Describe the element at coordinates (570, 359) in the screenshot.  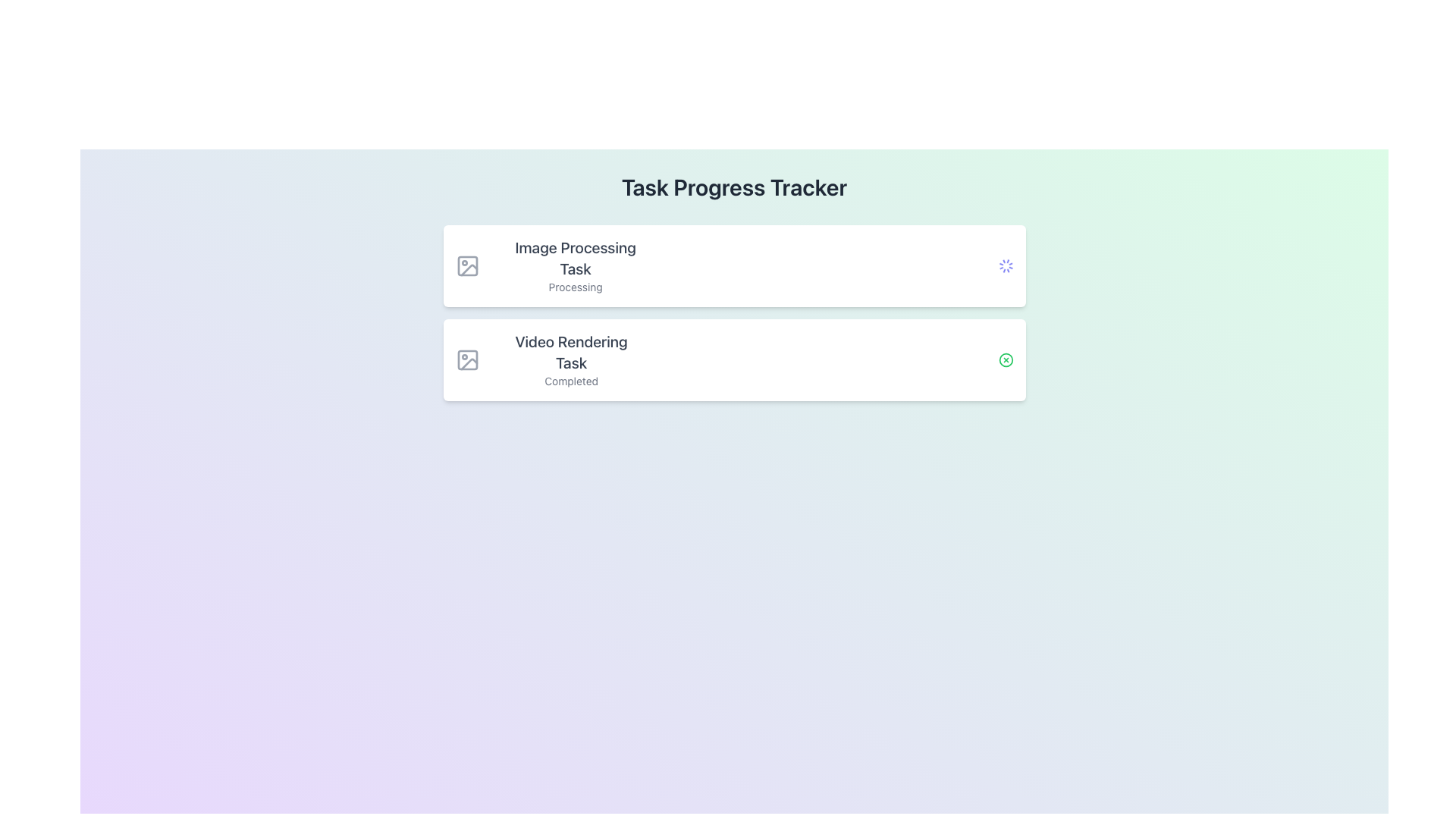
I see `the text display element that shows the name and completion status of the task, specifically 'Video Rendering Task' with the status 'Completed', located in the second card section of the 'Task Progress Tracker'` at that location.